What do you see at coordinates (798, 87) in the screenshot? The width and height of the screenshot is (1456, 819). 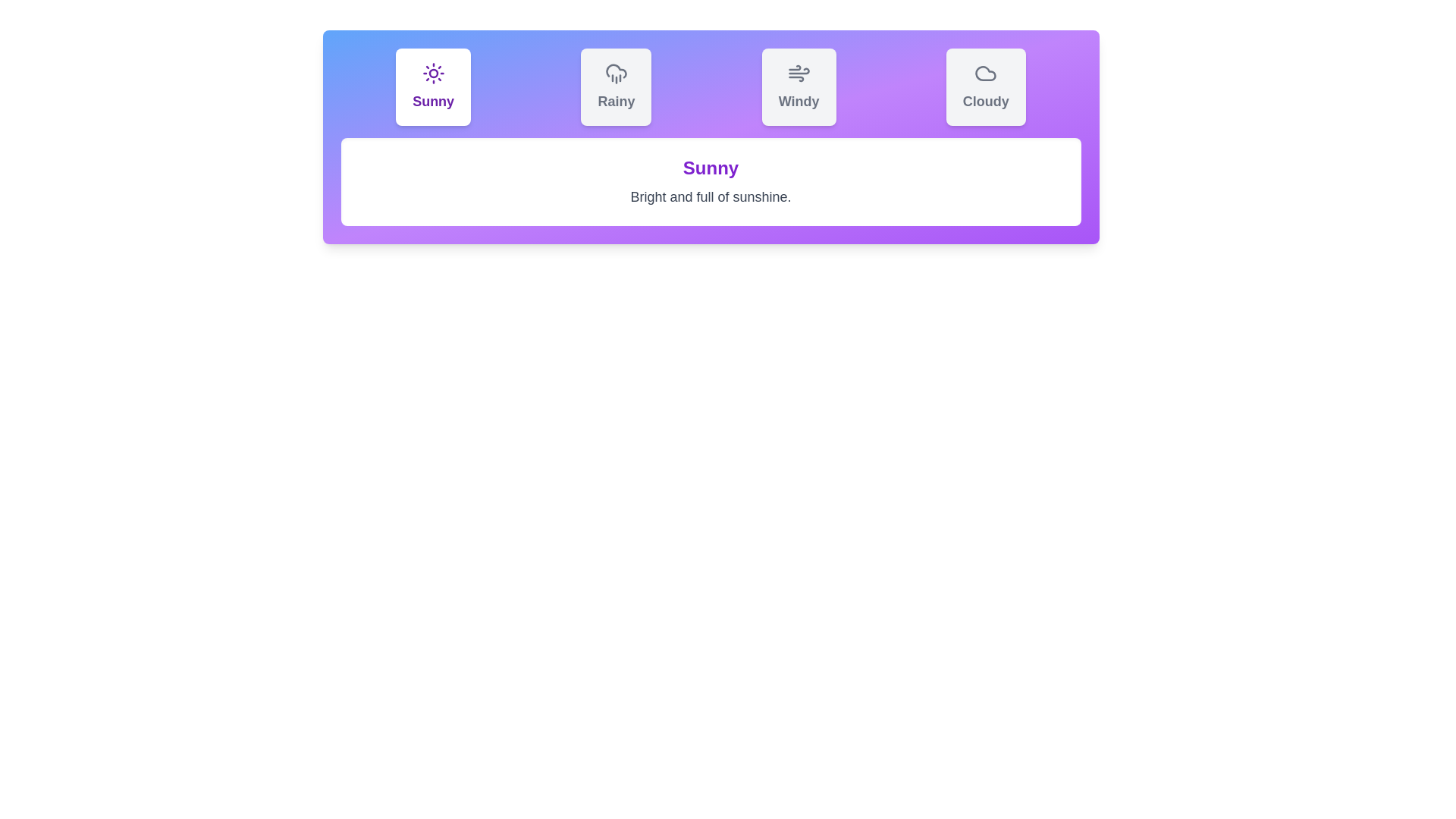 I see `the Windy tab to view its weather condition` at bounding box center [798, 87].